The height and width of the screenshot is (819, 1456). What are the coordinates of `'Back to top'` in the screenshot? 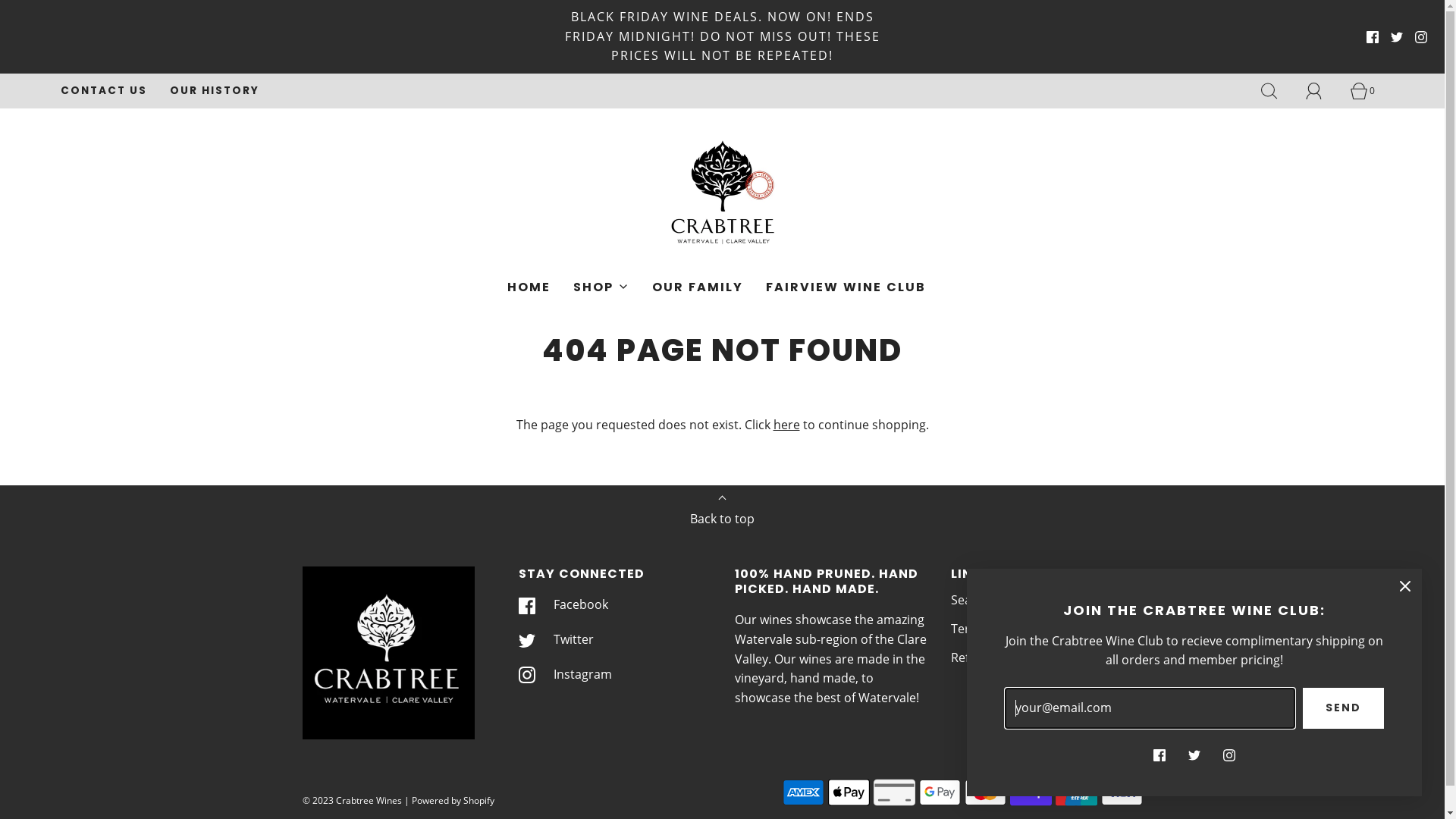 It's located at (721, 513).